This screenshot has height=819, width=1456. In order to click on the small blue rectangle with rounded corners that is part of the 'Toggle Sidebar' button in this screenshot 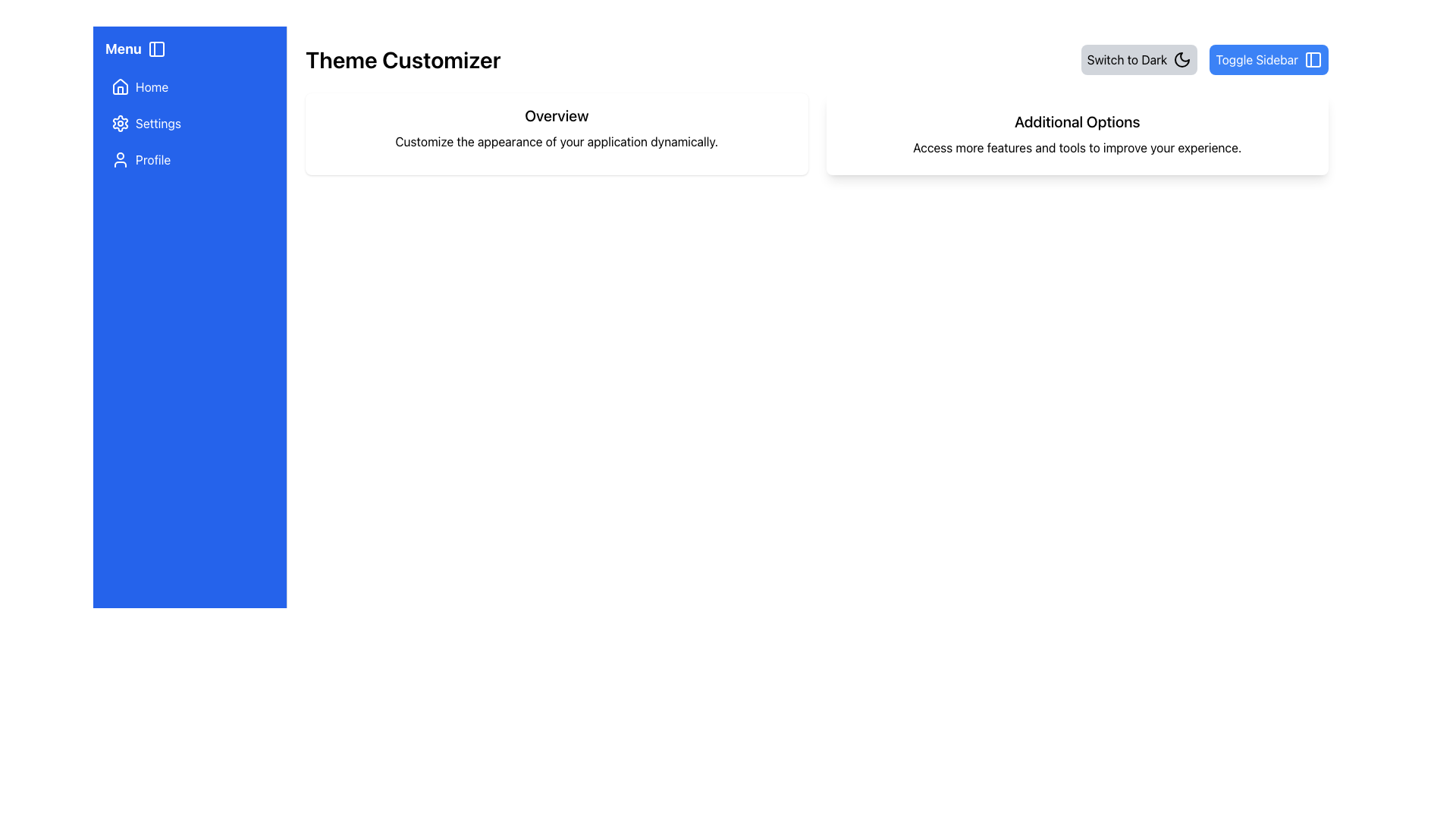, I will do `click(1313, 58)`.